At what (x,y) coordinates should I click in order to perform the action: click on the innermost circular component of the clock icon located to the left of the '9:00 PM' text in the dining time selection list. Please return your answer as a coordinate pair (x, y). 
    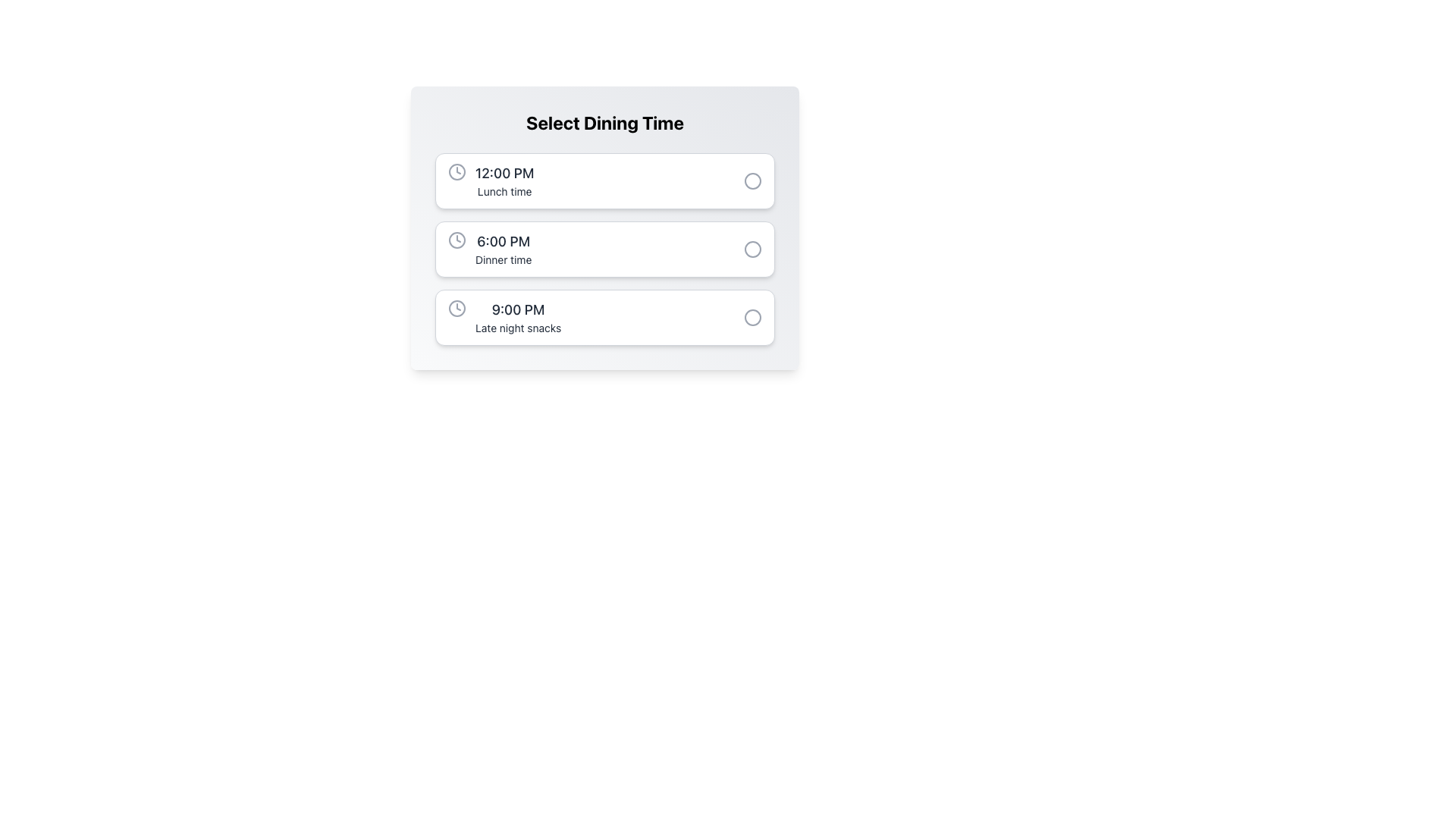
    Looking at the image, I should click on (457, 308).